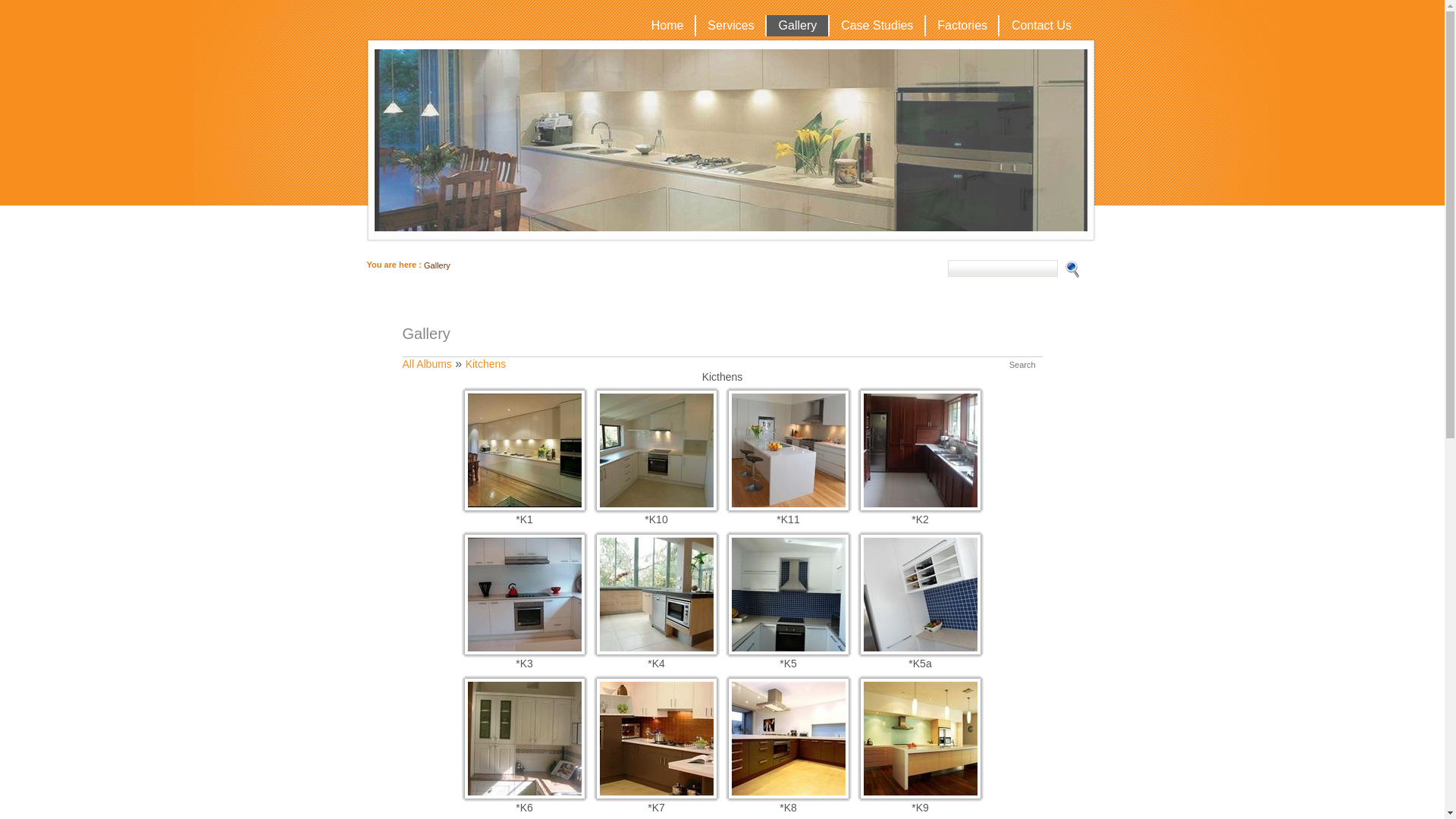 The image size is (1456, 819). Describe the element at coordinates (436, 265) in the screenshot. I see `'Gallery'` at that location.